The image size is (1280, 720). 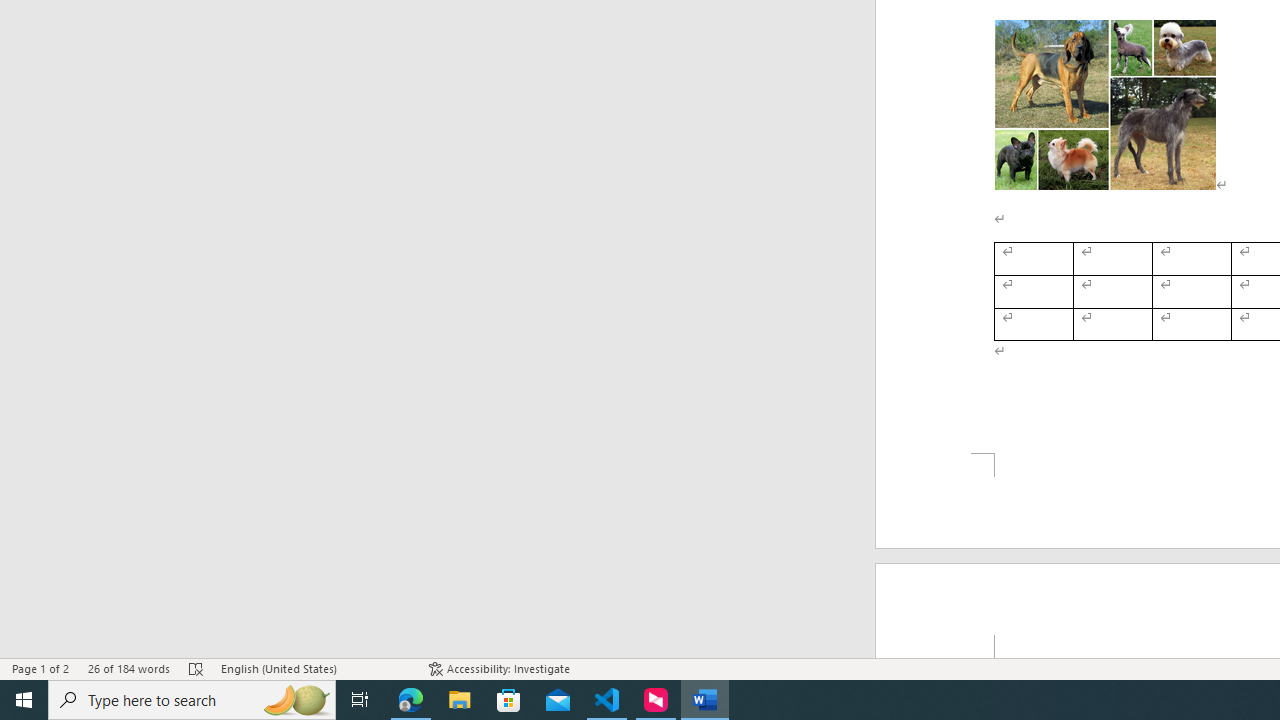 I want to click on 'Language English (United States)', so click(x=314, y=669).